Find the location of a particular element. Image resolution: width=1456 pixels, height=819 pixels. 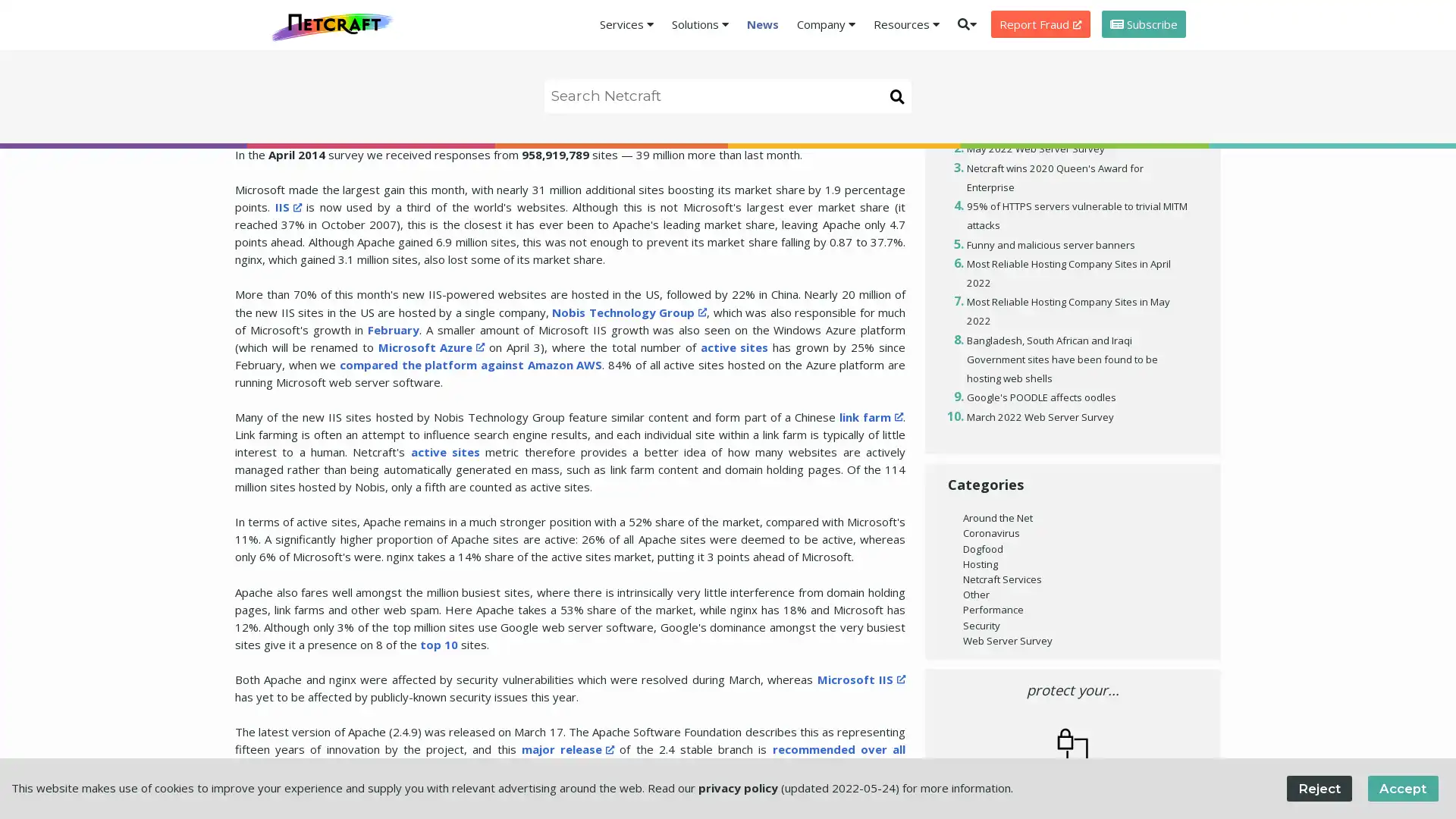

Reject is located at coordinates (1318, 787).